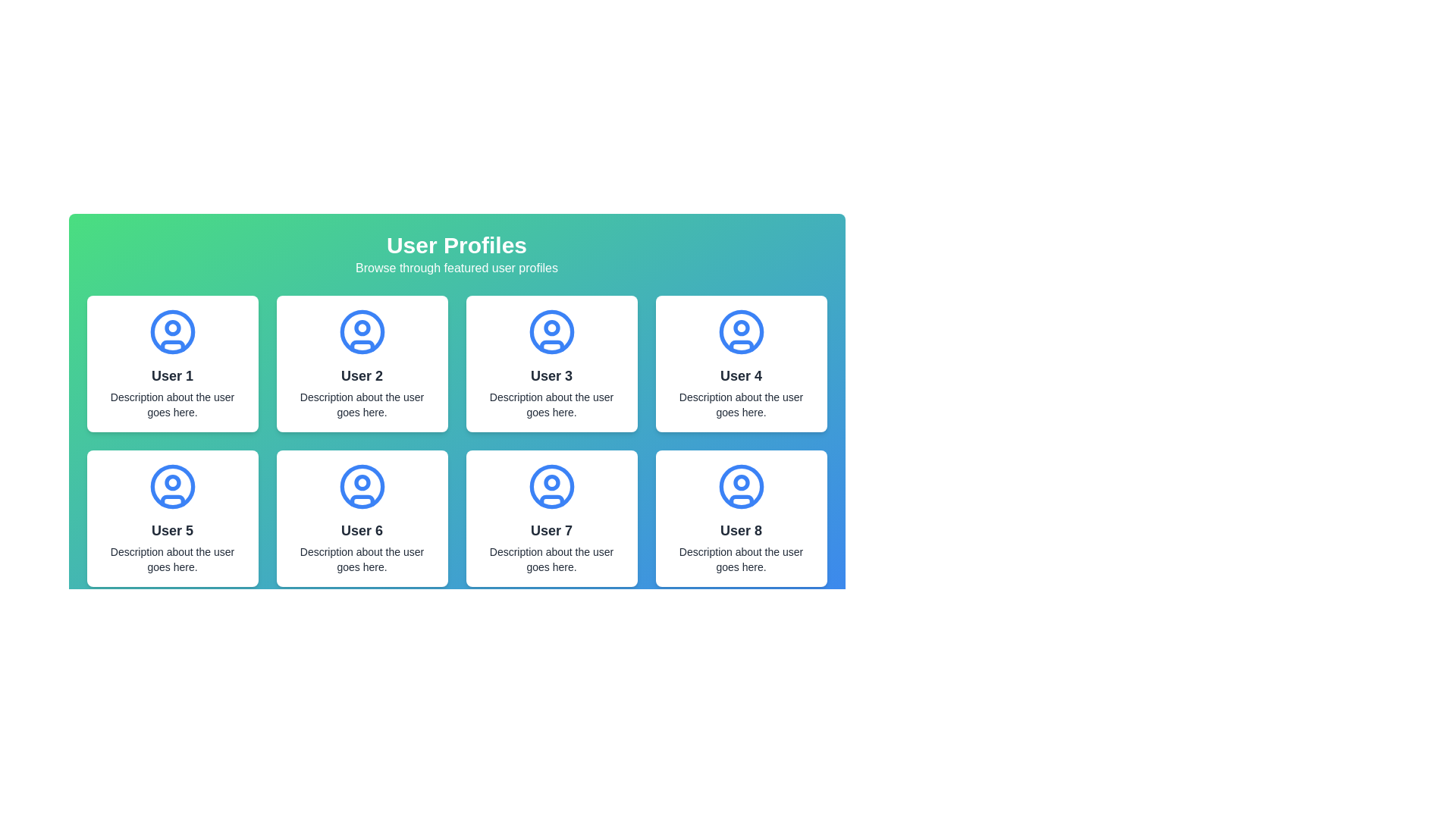 This screenshot has width=1456, height=819. I want to click on the user profile placeholder card, so click(551, 517).